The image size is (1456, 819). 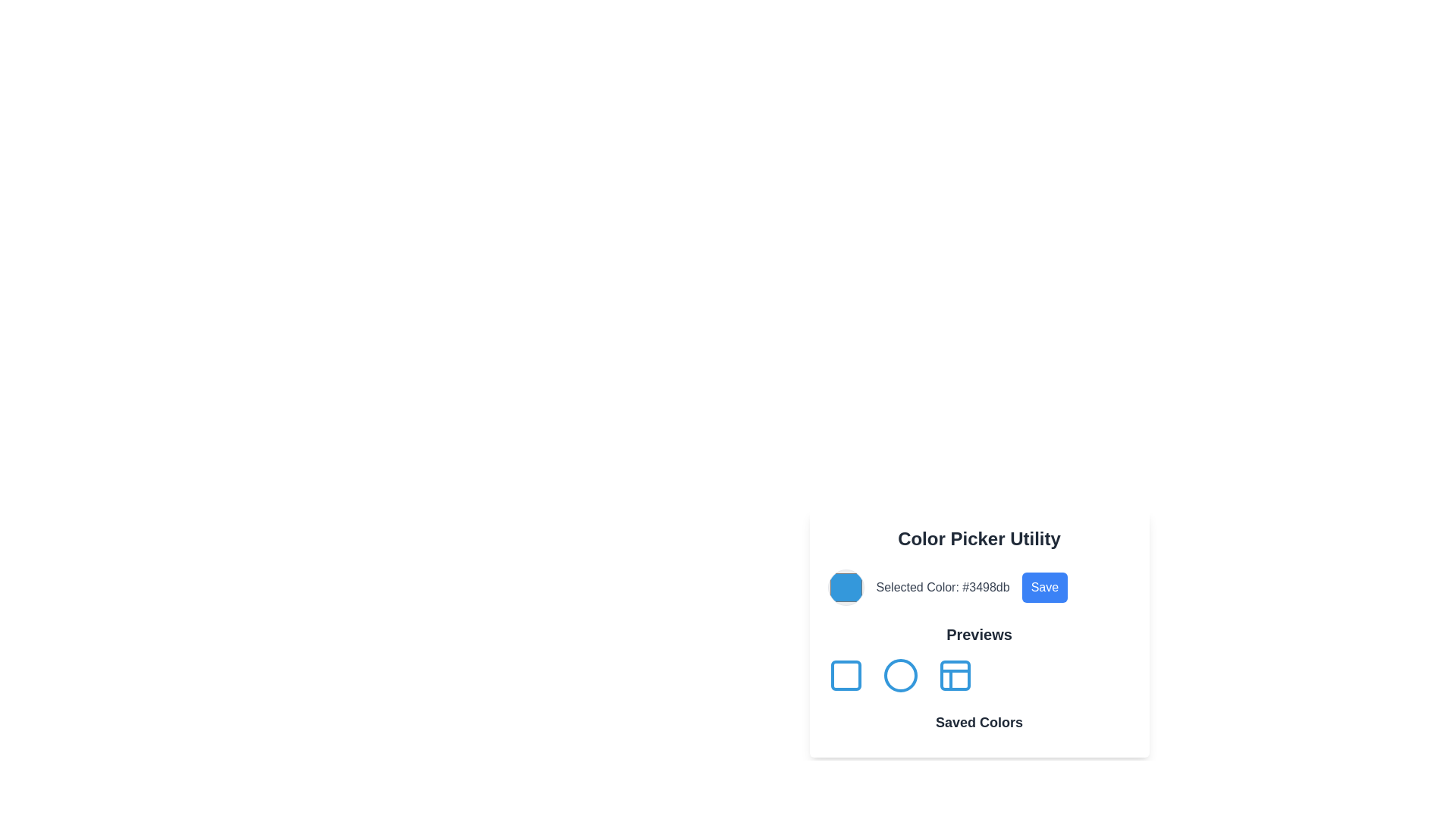 What do you see at coordinates (979, 587) in the screenshot?
I see `displayed HEX code from the color preview element located beneath the 'Color Picker Utility' heading and above the 'Previews' section, which is the second element in its group layout` at bounding box center [979, 587].